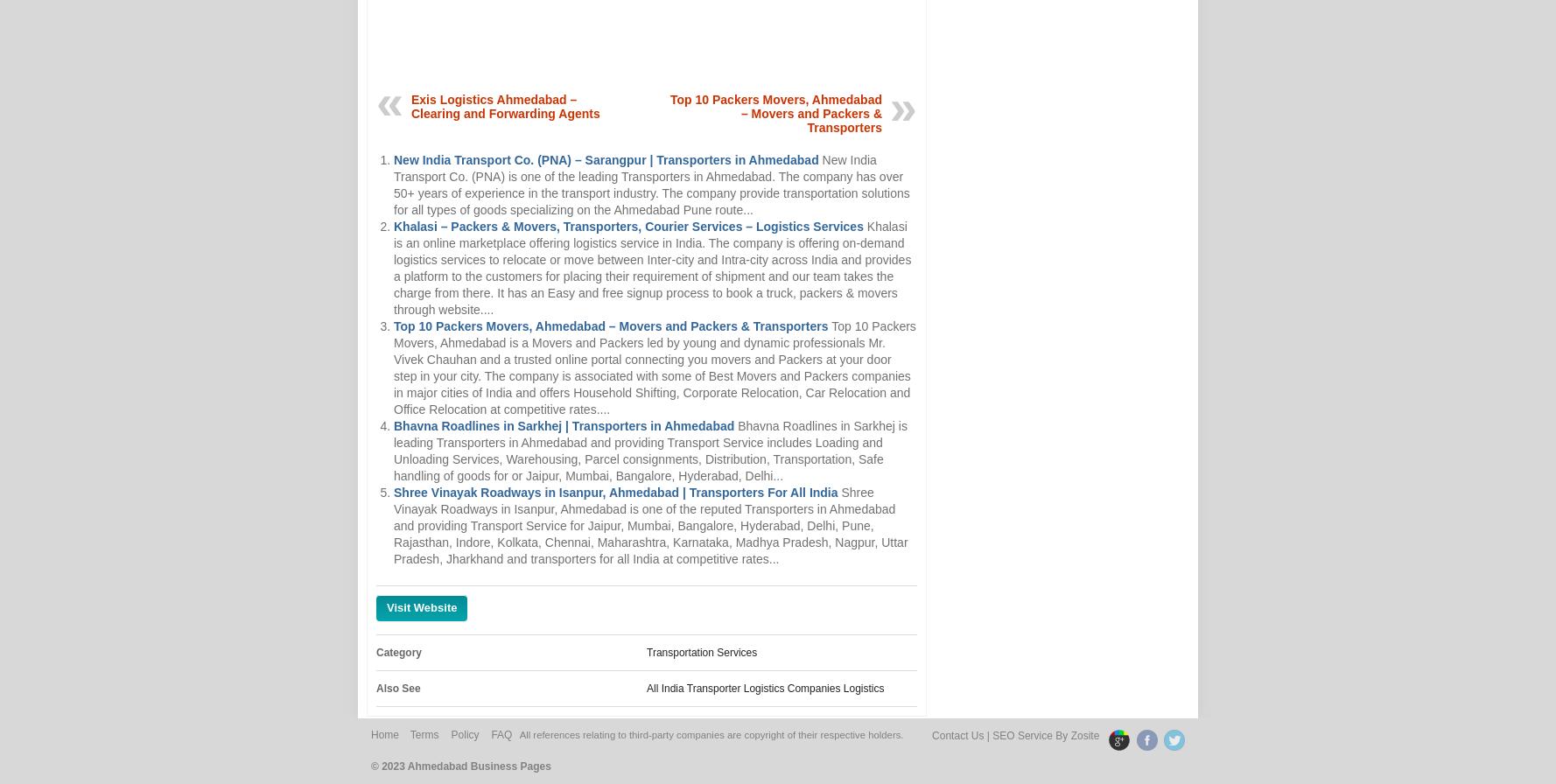 This screenshot has width=1556, height=784. I want to click on 'Supply Chain Management Companies', so click(775, 714).